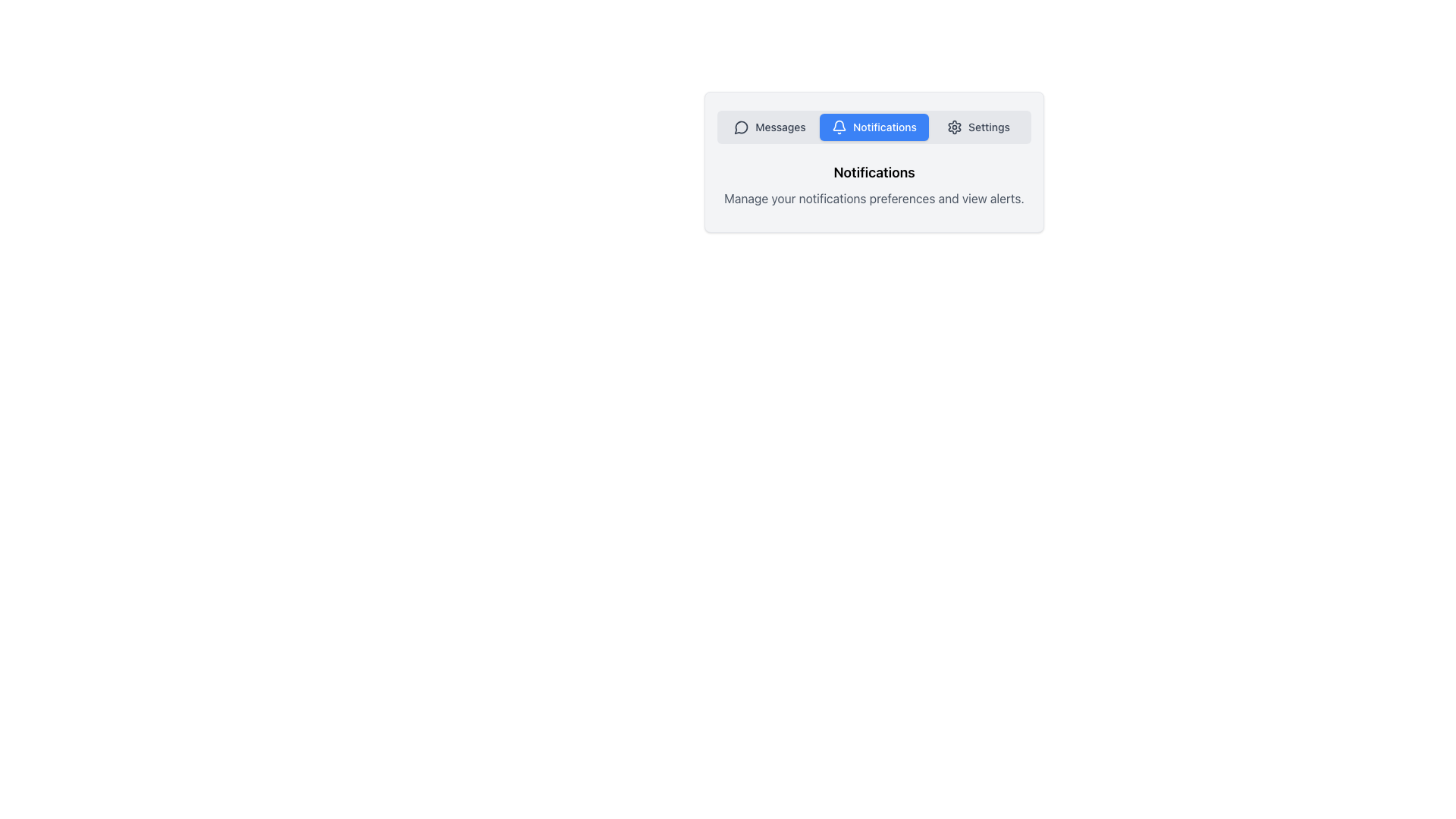  What do you see at coordinates (874, 127) in the screenshot?
I see `the 'Notifications' button, which is a horizontally rectangular button with rounded edges and a blue background` at bounding box center [874, 127].